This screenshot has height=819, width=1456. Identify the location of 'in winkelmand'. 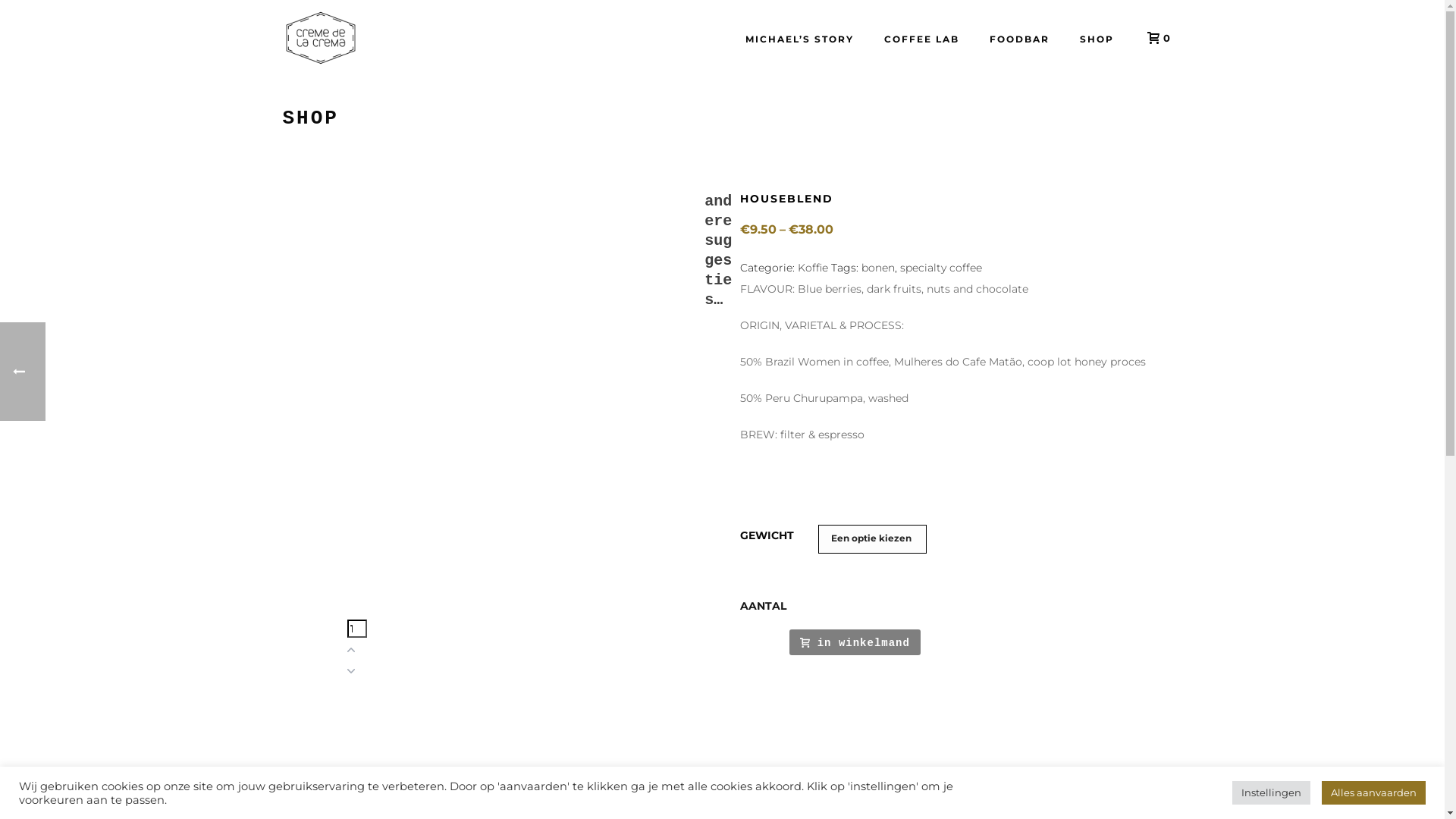
(855, 642).